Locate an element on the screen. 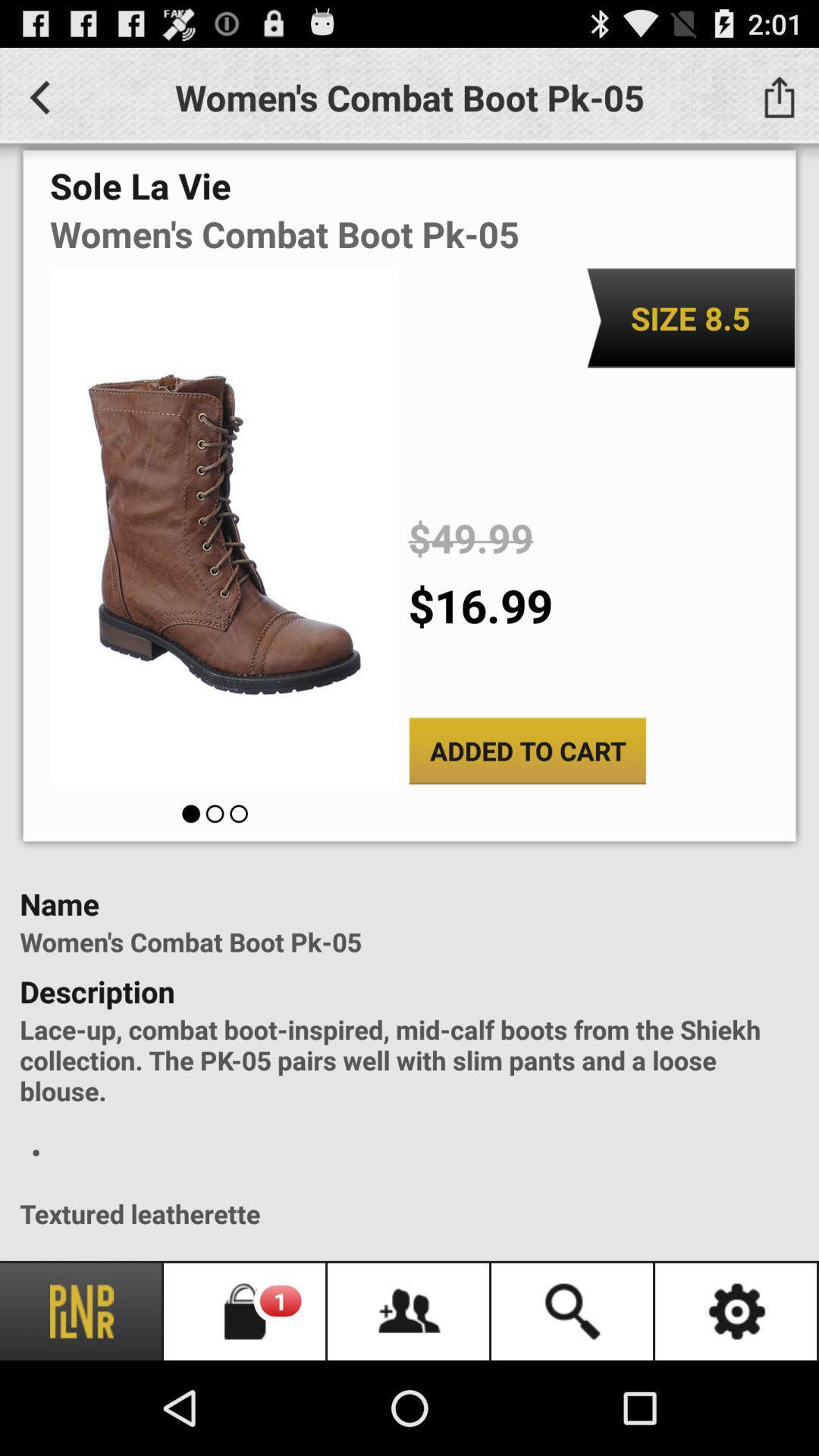 This screenshot has height=1456, width=819. the icon above $49.99 is located at coordinates (690, 317).